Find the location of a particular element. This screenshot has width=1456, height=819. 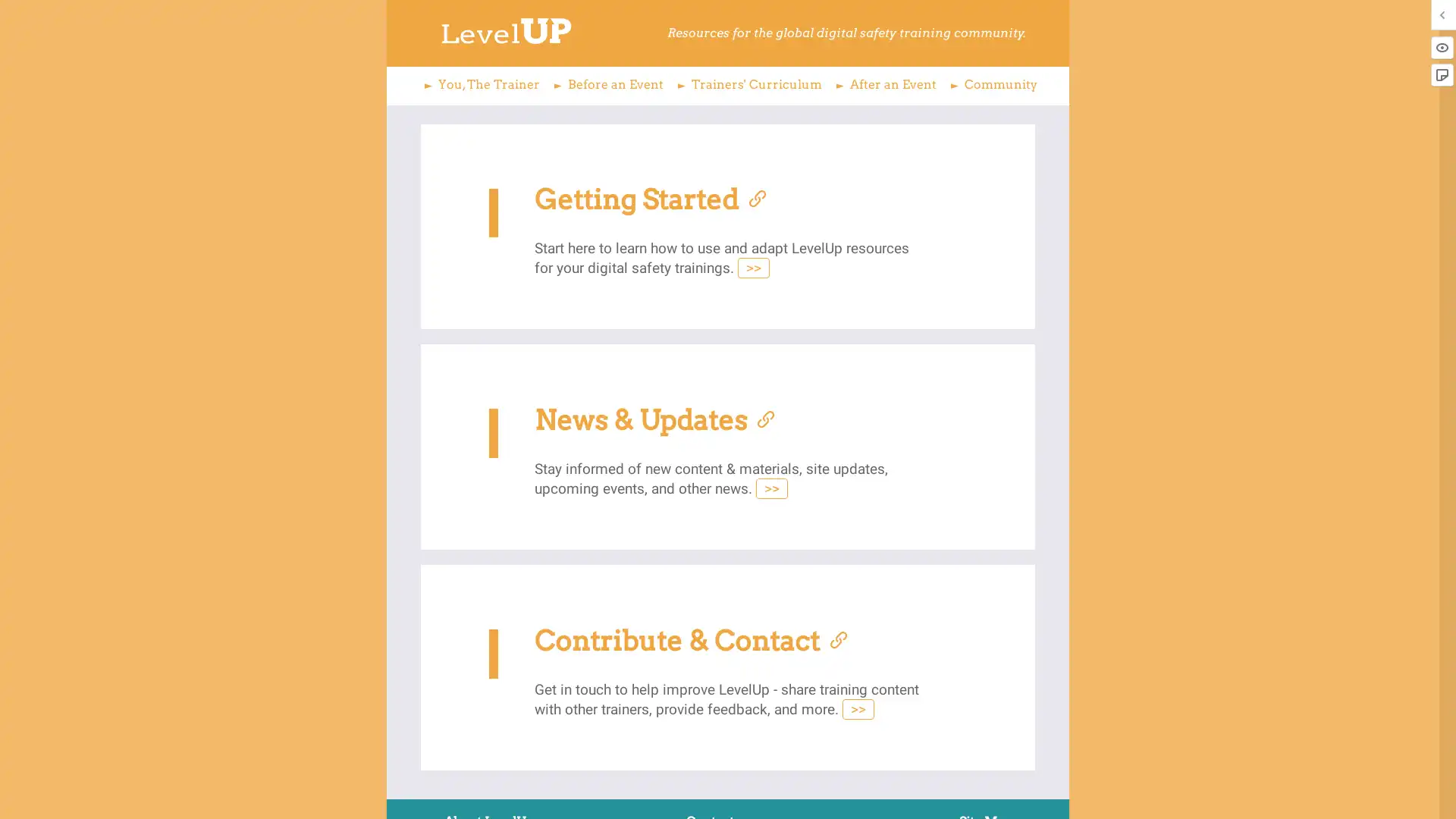

Show highlights is located at coordinates (1441, 46).